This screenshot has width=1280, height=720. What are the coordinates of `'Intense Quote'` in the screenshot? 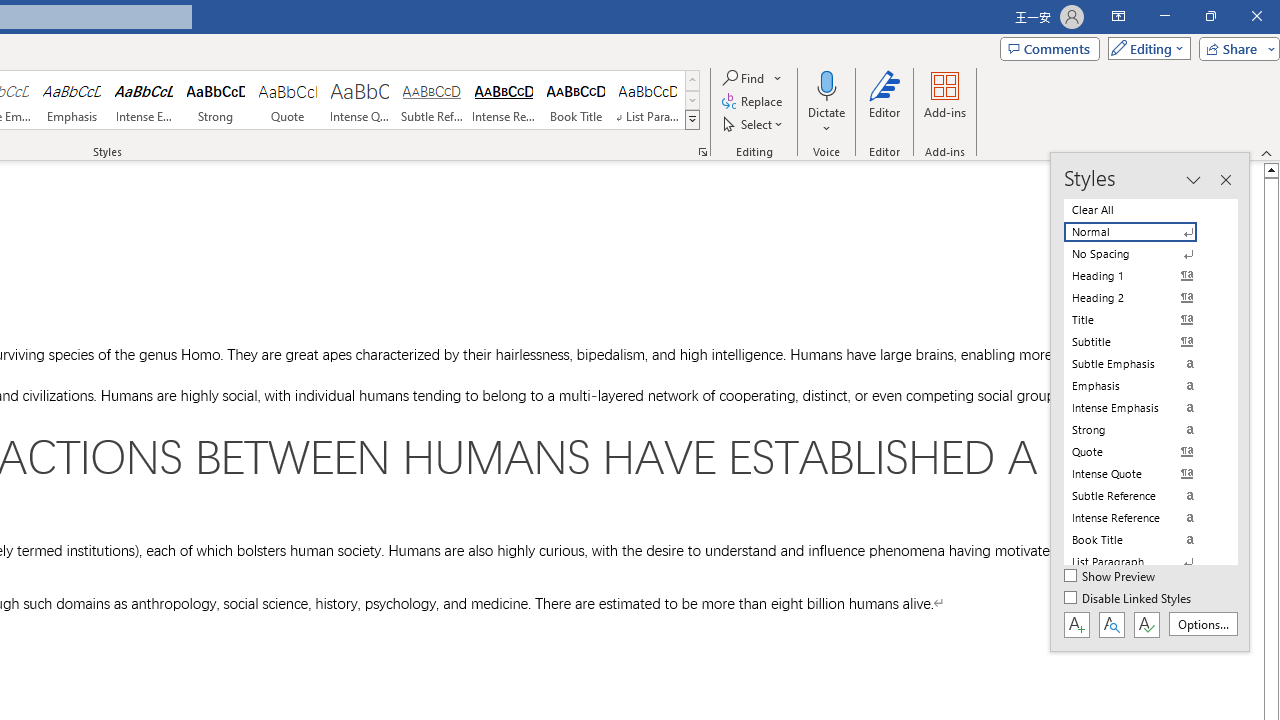 It's located at (359, 100).